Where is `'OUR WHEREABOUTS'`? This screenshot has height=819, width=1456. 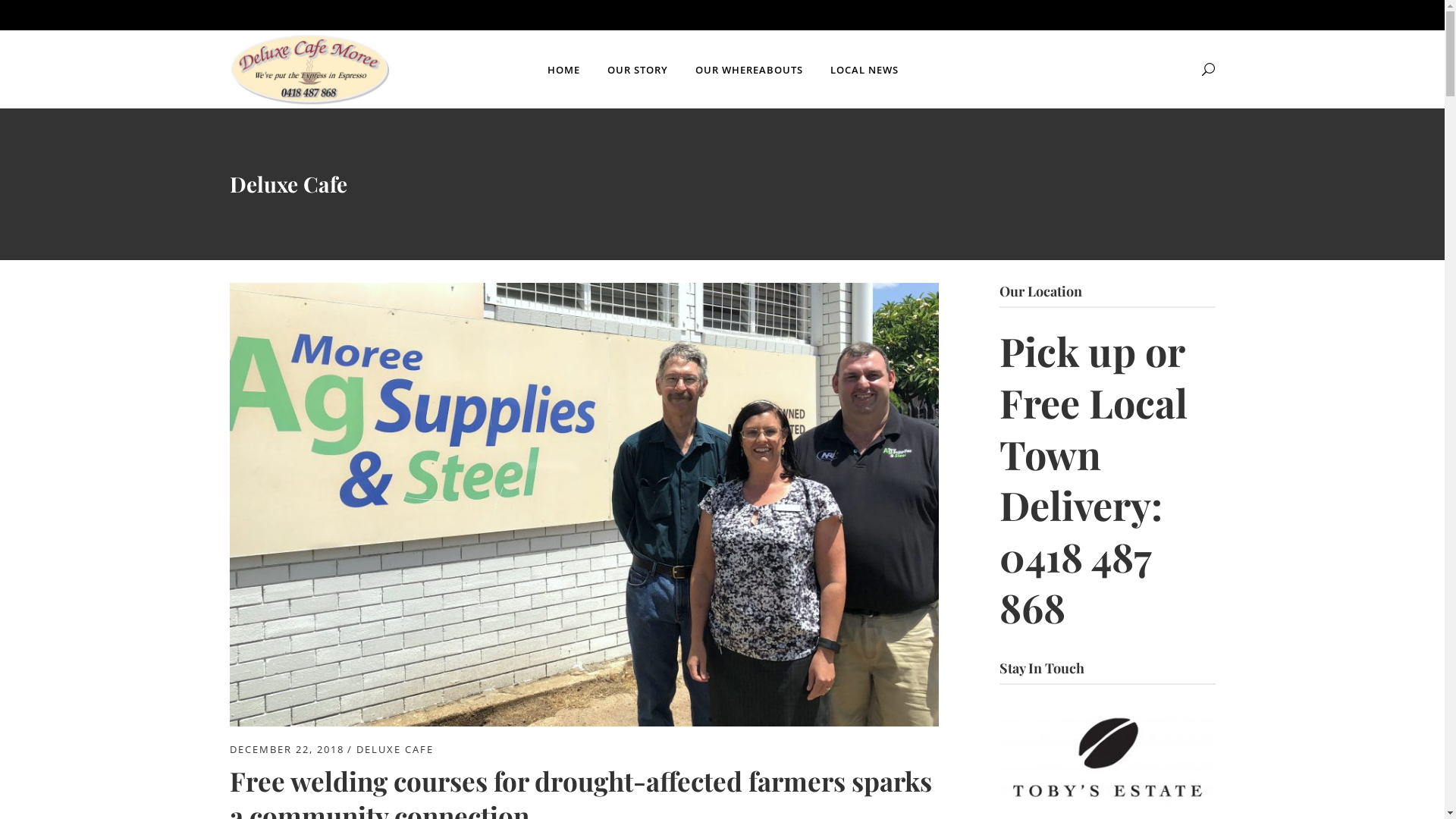 'OUR WHEREABOUTS' is located at coordinates (748, 69).